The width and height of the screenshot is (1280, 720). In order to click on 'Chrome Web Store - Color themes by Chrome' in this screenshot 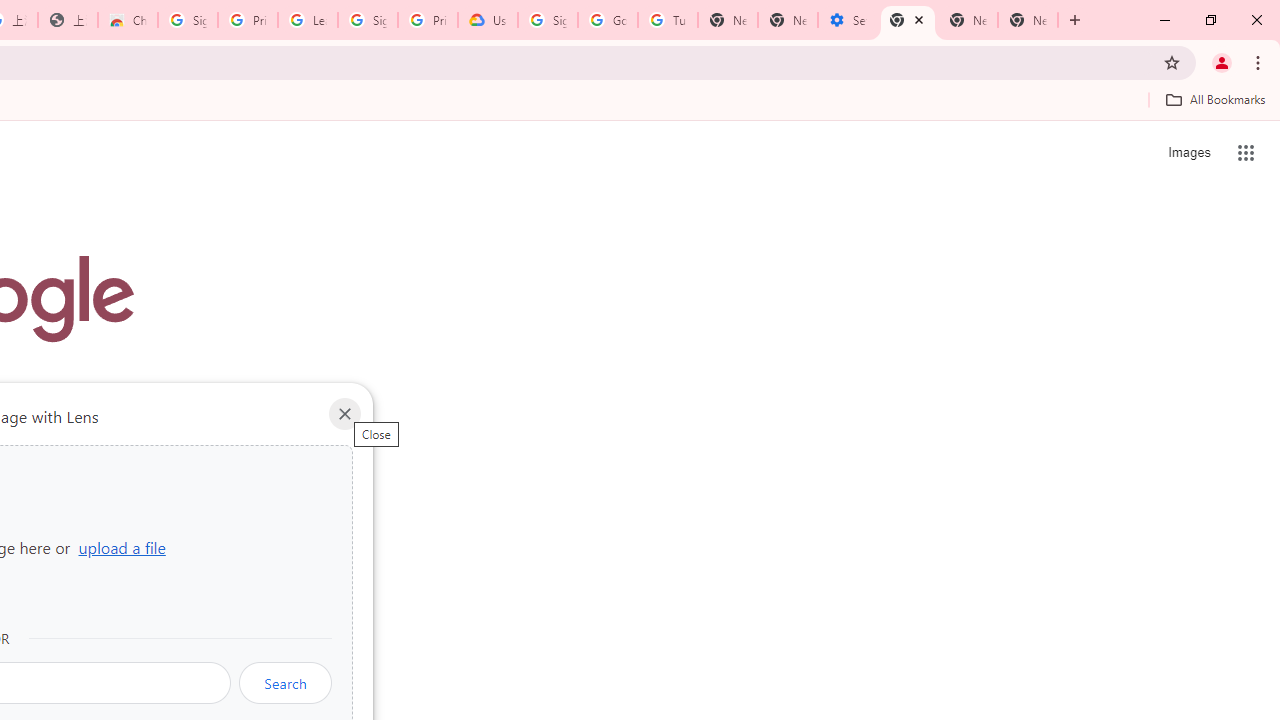, I will do `click(127, 20)`.